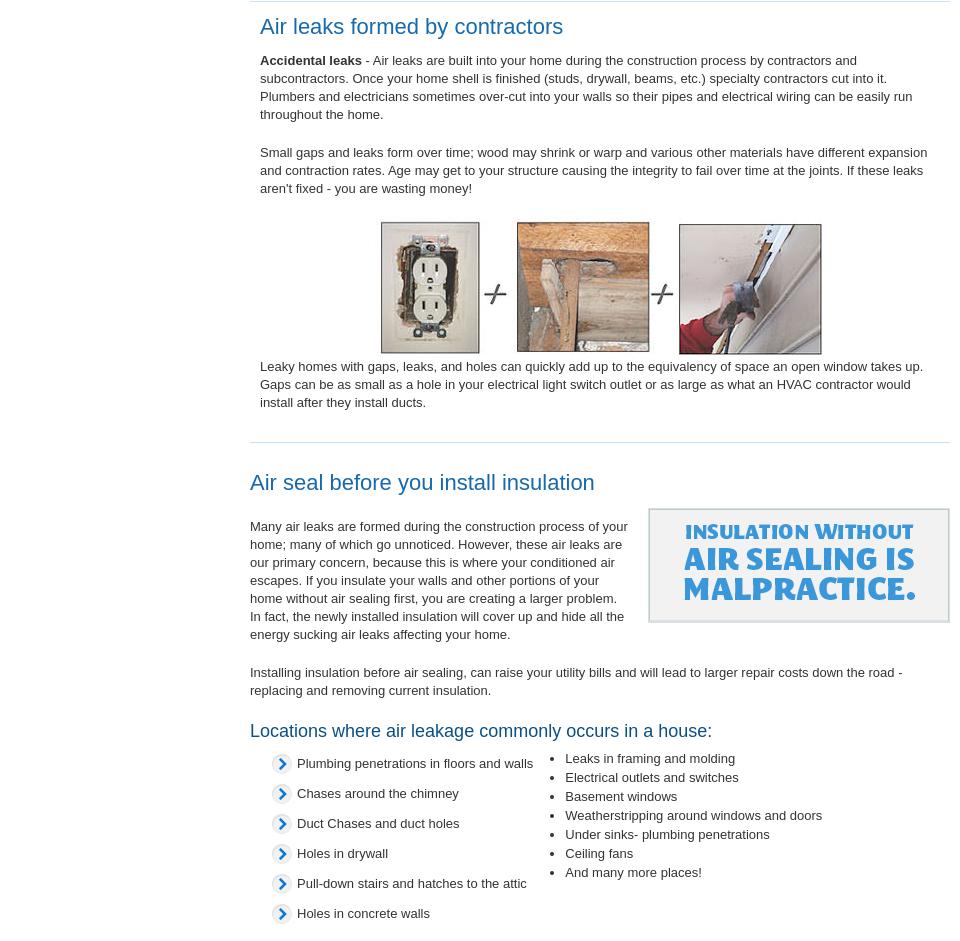 This screenshot has width=960, height=941. What do you see at coordinates (591, 384) in the screenshot?
I see `'Leaky homes with gaps, leaks, and holes can quickly add up to the equivalency of space an open window takes up. Gaps can be as small as a hole in your electrical light switch outlet or as large as what an HVAC contractor would install after they install ducts.'` at bounding box center [591, 384].